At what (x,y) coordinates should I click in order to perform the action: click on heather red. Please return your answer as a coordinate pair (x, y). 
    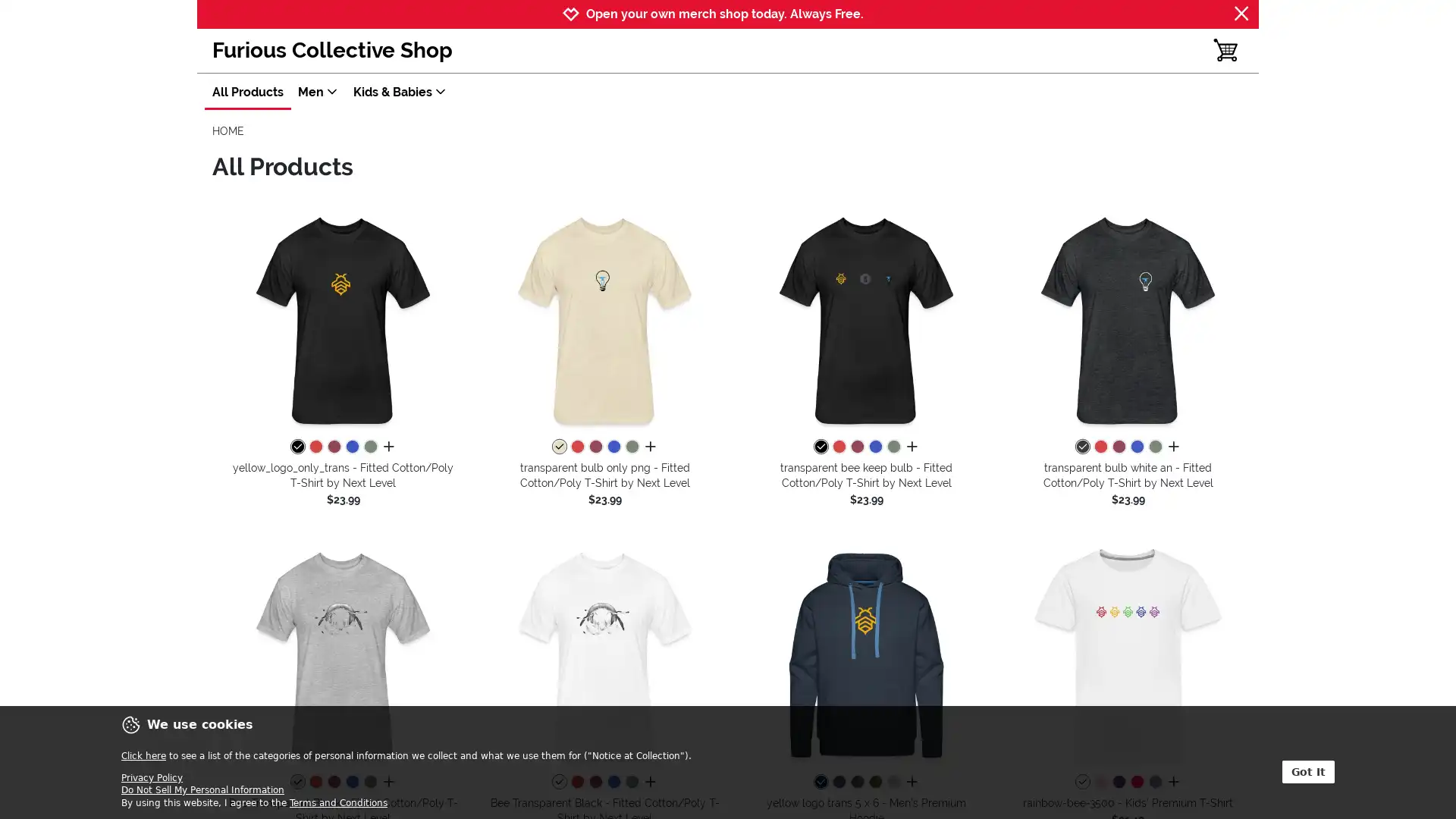
    Looking at the image, I should click on (837, 447).